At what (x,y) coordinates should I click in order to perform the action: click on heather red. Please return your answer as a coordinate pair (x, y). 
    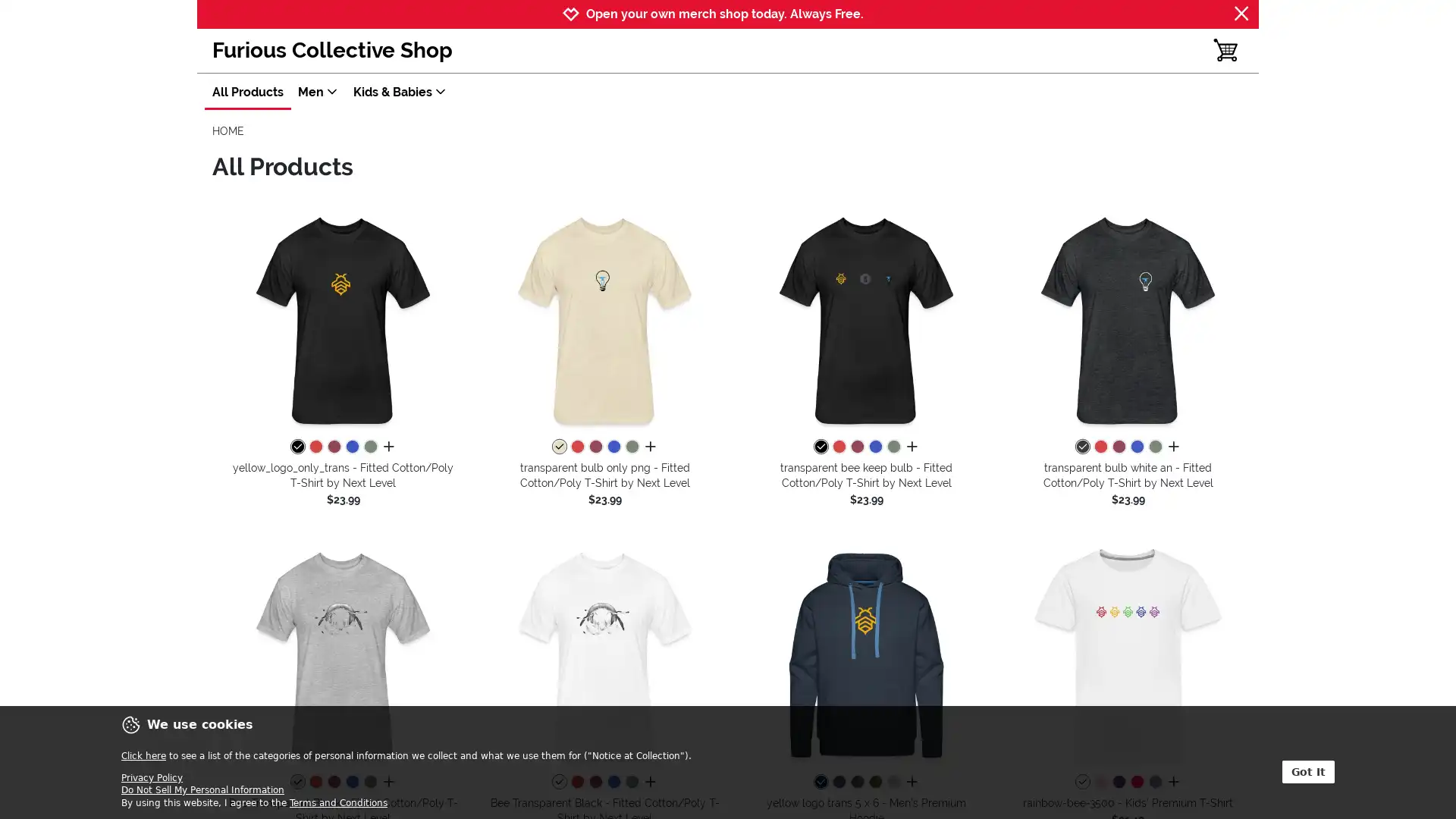
    Looking at the image, I should click on (837, 447).